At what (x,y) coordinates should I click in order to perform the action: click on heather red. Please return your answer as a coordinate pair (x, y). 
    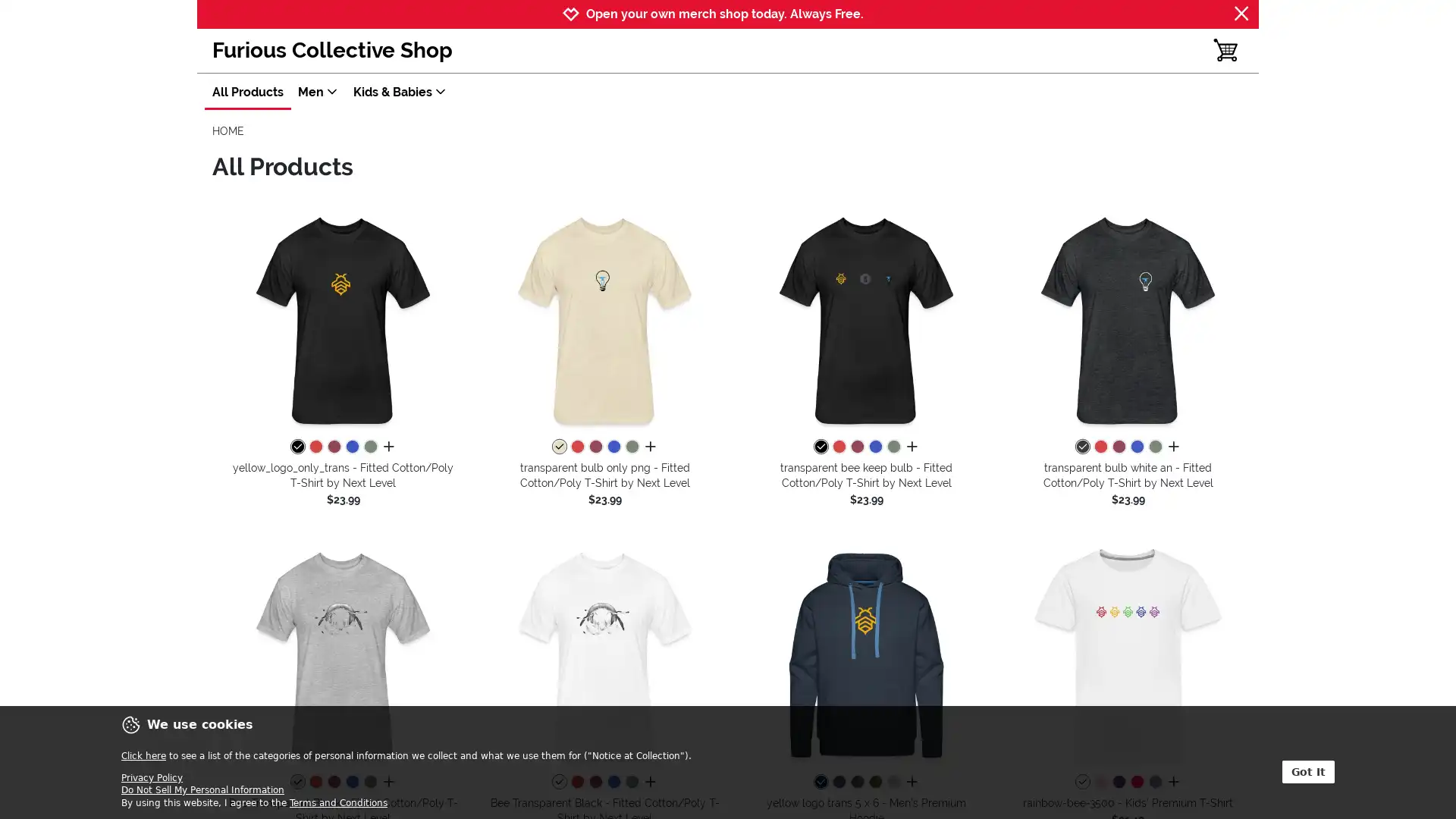
    Looking at the image, I should click on (837, 447).